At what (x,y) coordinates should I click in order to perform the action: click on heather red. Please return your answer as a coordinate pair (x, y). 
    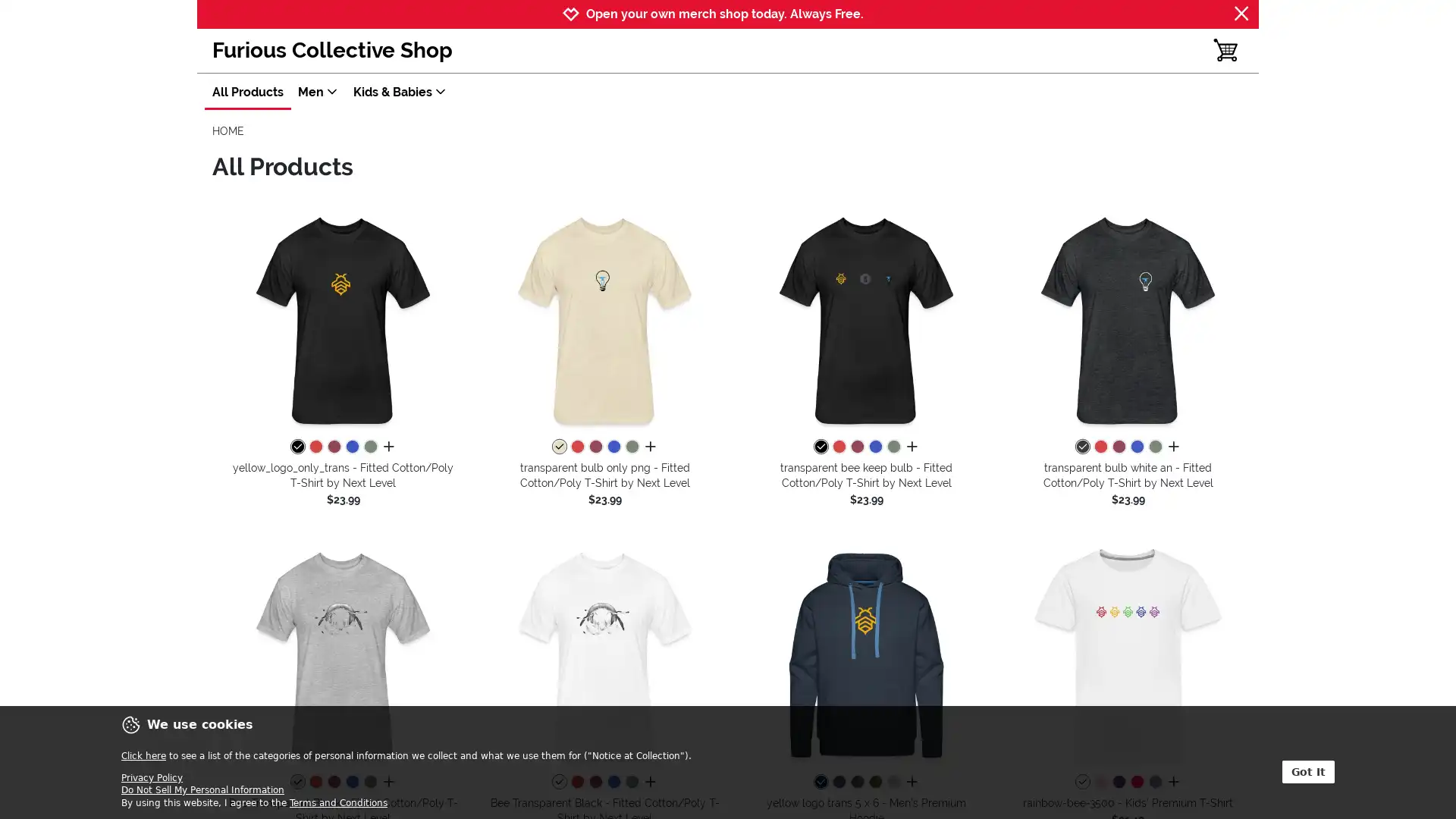
    Looking at the image, I should click on (837, 447).